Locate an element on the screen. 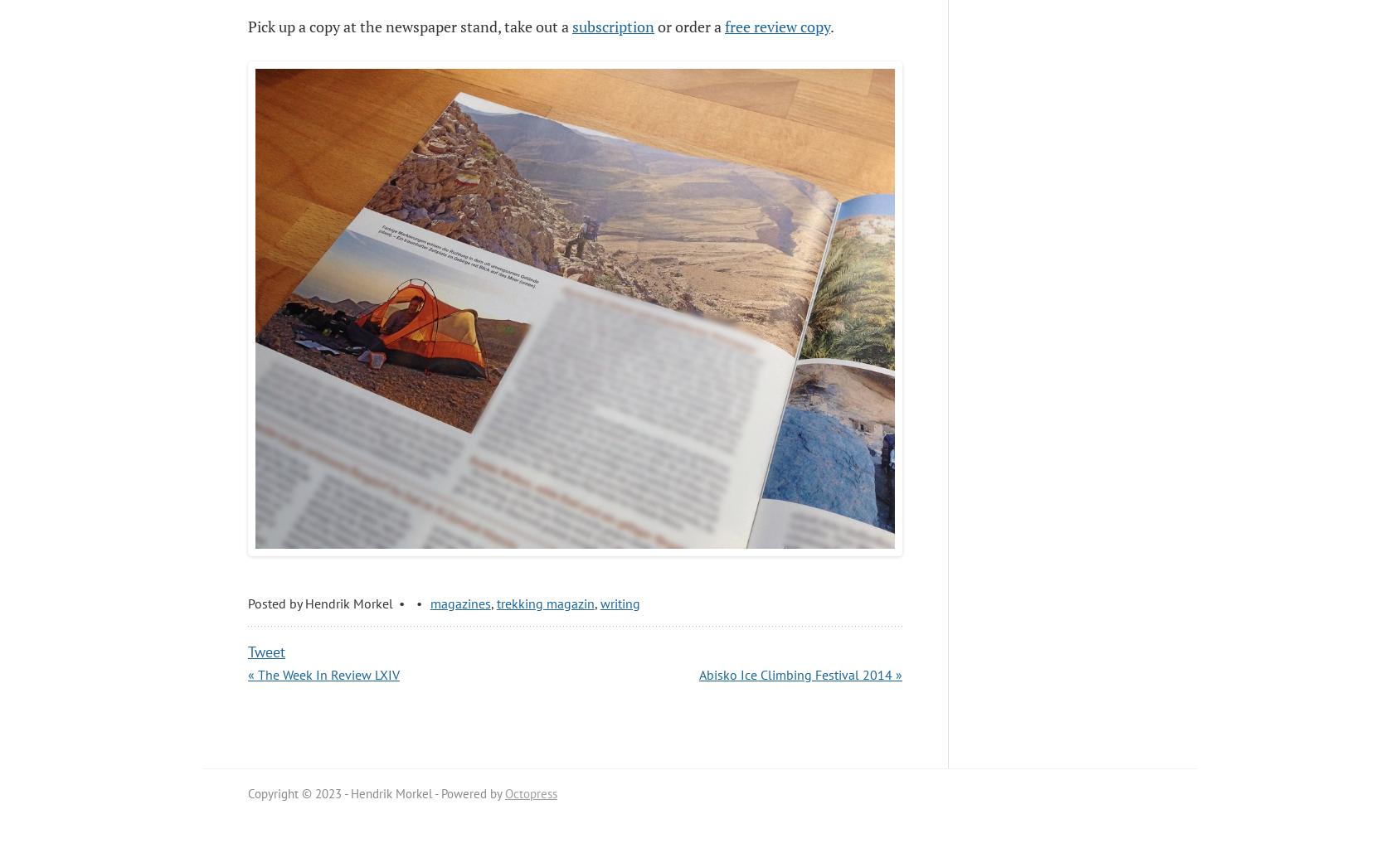  'Pick up a copy at the newspaper stand, take out a' is located at coordinates (409, 27).